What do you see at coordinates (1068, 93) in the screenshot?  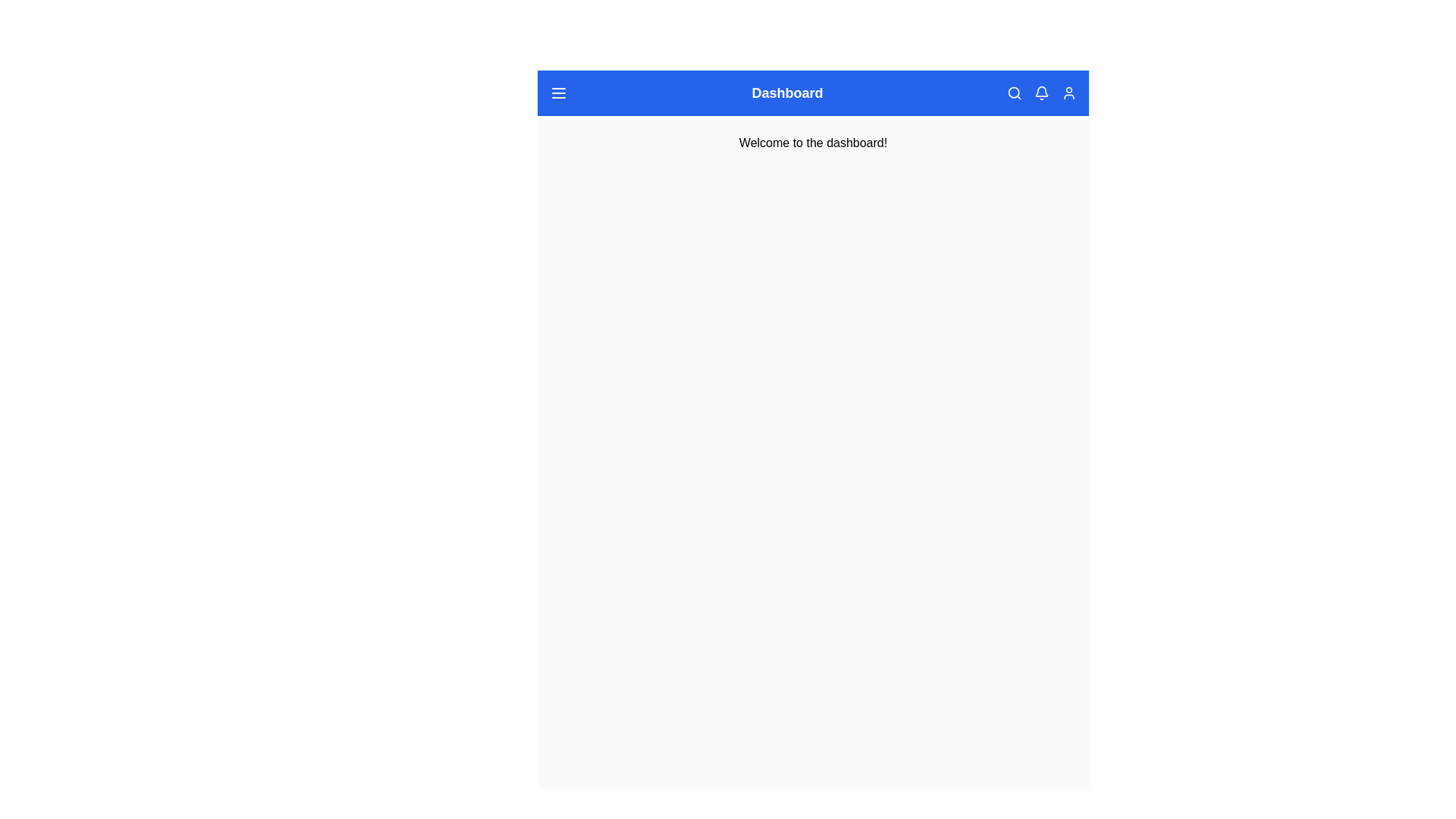 I see `the user profile icon button located at the top-right corner of the app bar` at bounding box center [1068, 93].